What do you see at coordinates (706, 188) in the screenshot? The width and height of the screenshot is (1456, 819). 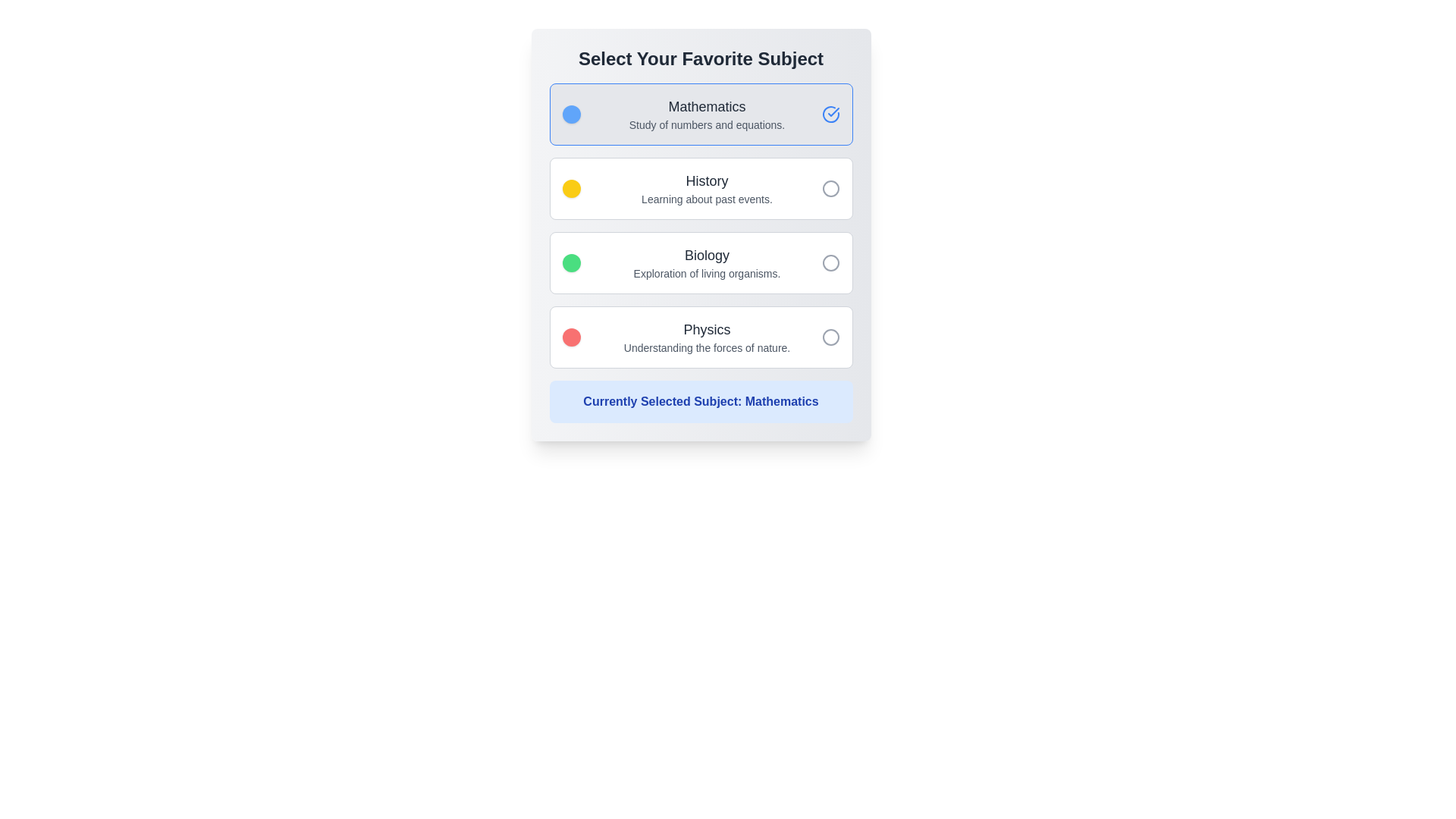 I see `the 'History' option in the selection menu, which is the second item in the list between 'Mathematics' and 'Biology', indicated by a yellow circular icon on the left and a radio button on the right` at bounding box center [706, 188].